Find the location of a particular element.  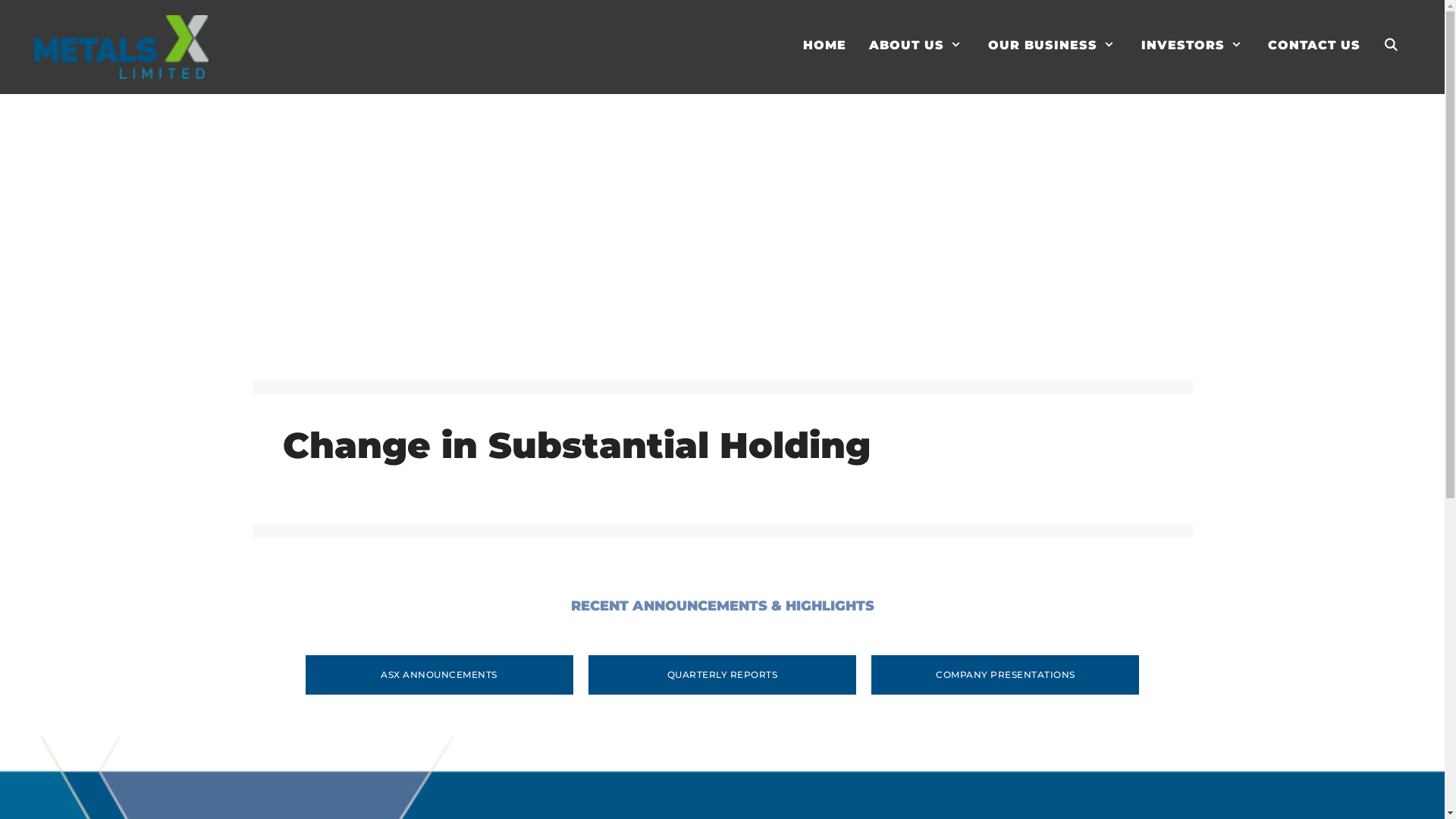

'Metals X Limited' is located at coordinates (33, 45).